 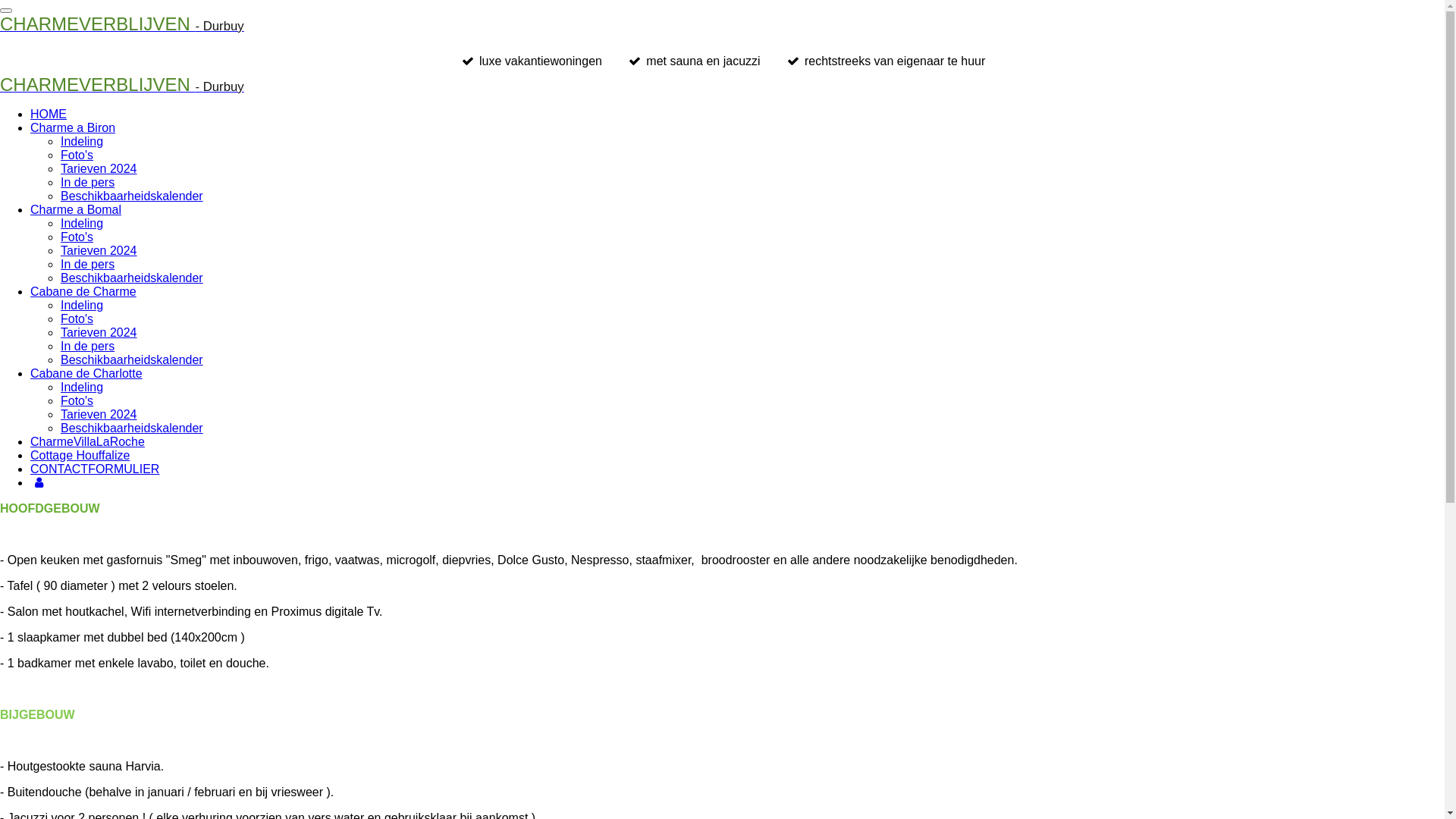 What do you see at coordinates (61, 428) in the screenshot?
I see `'Beschikbaarheidskalender'` at bounding box center [61, 428].